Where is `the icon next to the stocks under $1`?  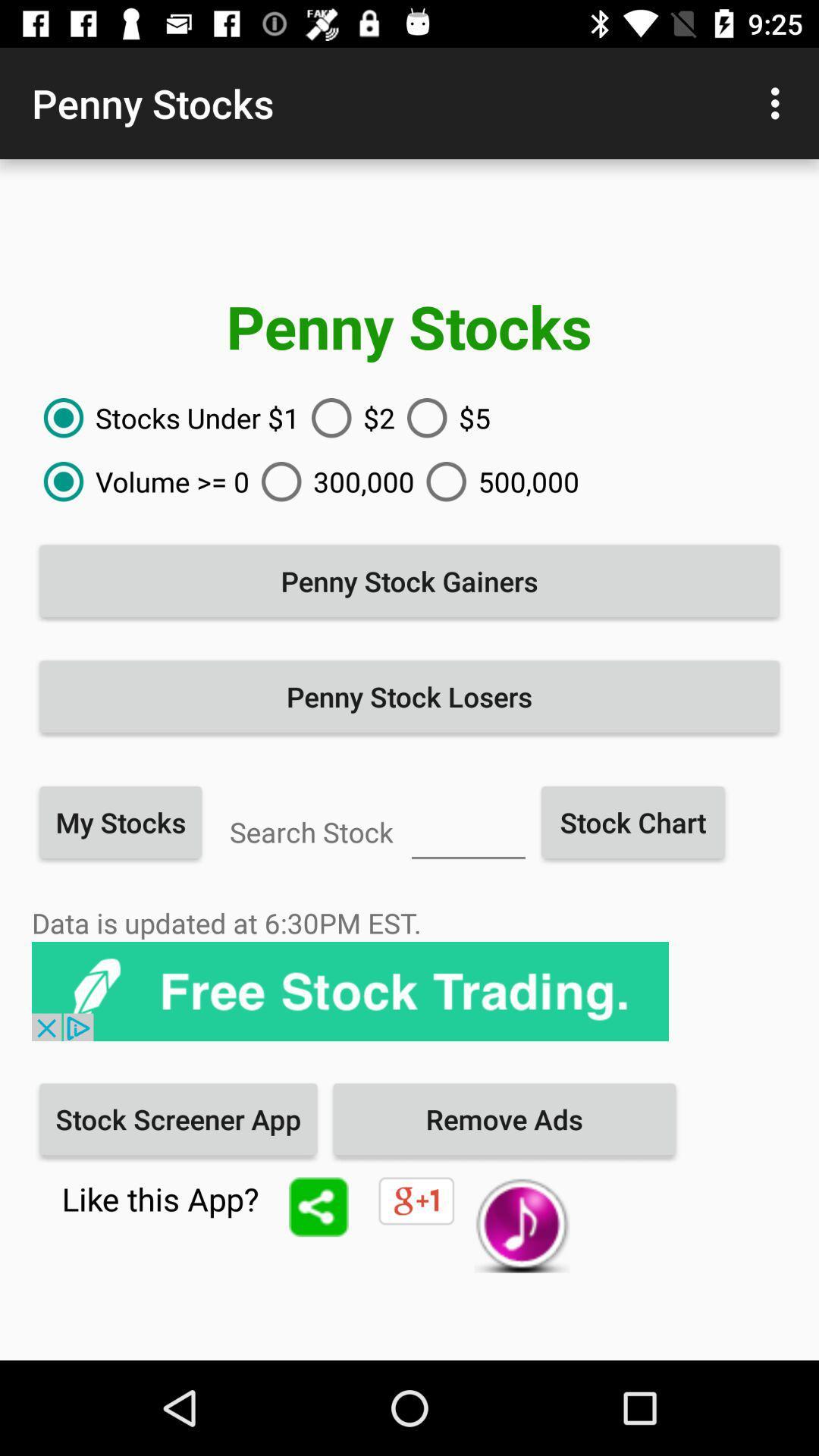
the icon next to the stocks under $1 is located at coordinates (347, 418).